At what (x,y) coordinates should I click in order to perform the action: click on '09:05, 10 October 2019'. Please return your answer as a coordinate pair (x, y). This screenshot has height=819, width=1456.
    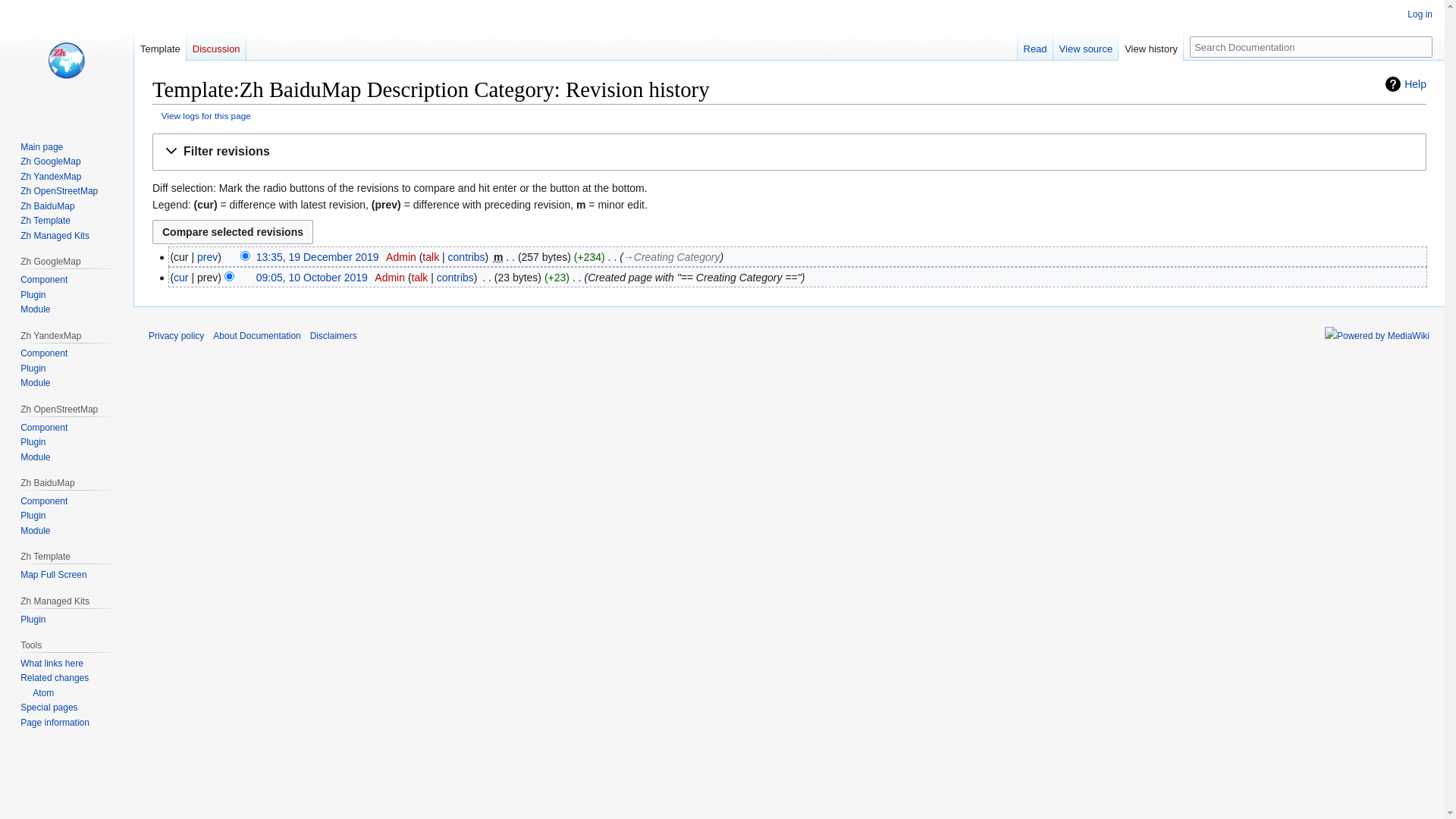
    Looking at the image, I should click on (311, 278).